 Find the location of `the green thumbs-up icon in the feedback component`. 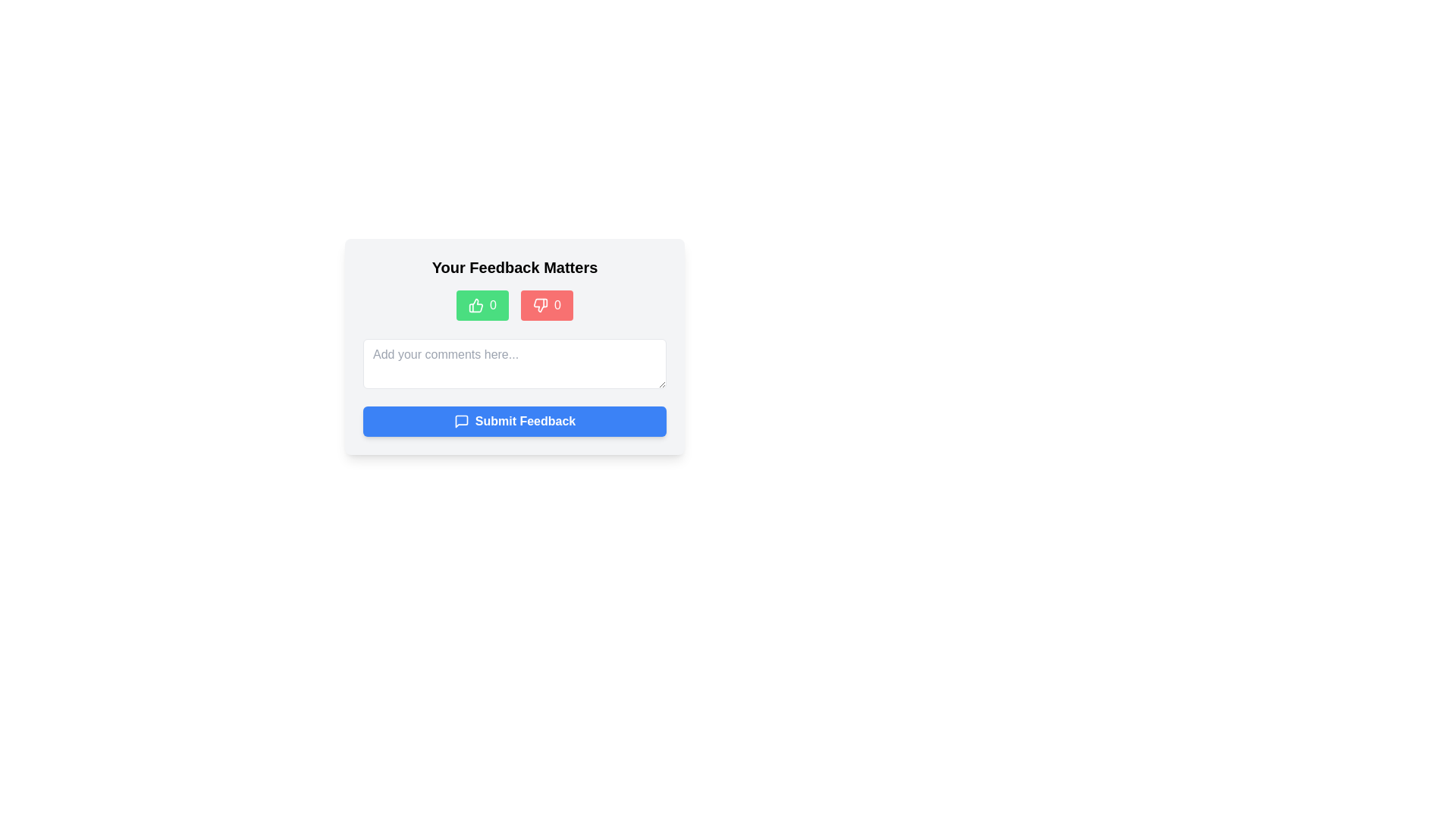

the green thumbs-up icon in the feedback component is located at coordinates (475, 305).